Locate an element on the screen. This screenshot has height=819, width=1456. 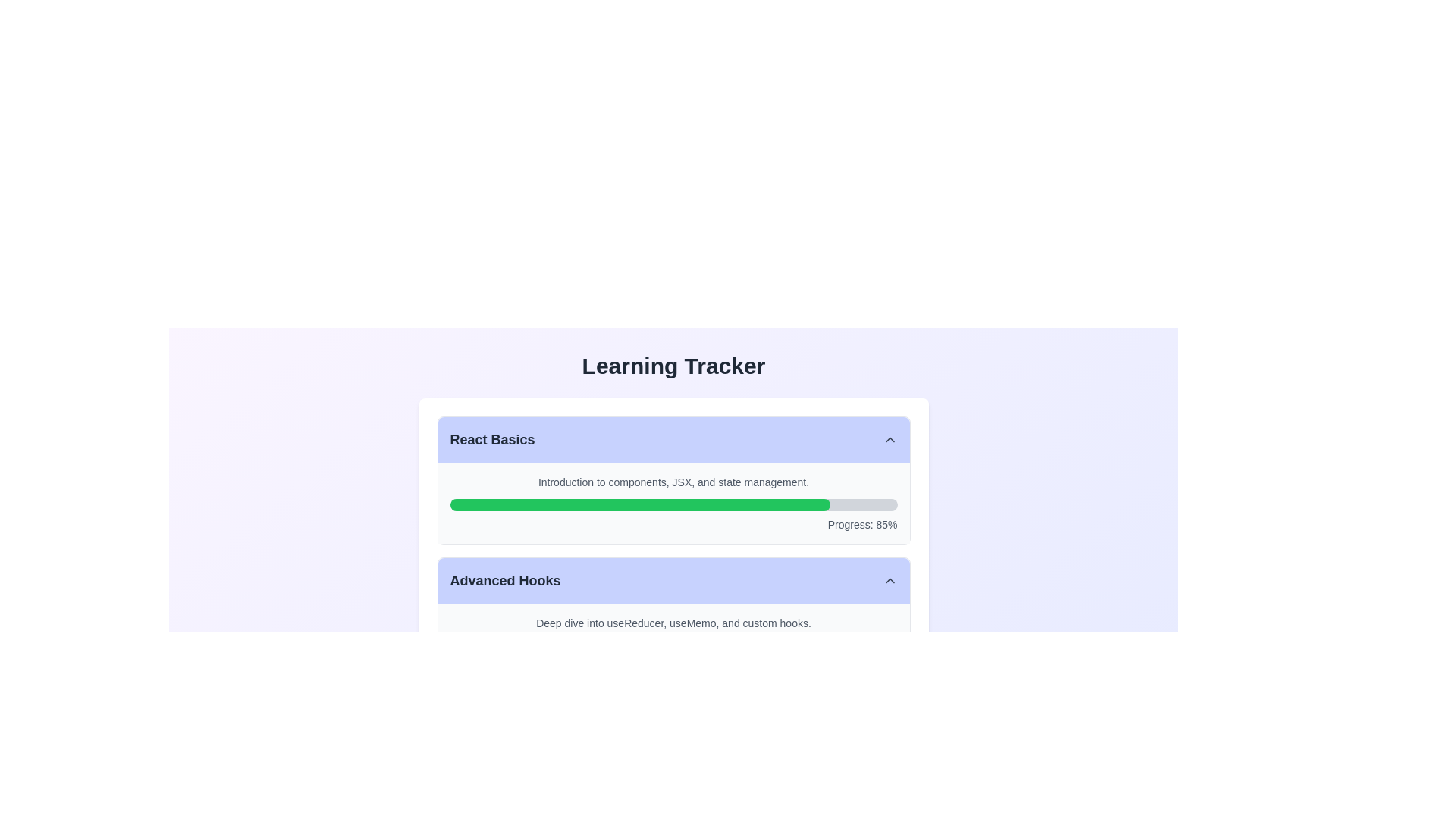
the toggle button (chevron icon) located in the upper-right corner of the 'React Basics' card to observe potential highlight effects is located at coordinates (890, 439).